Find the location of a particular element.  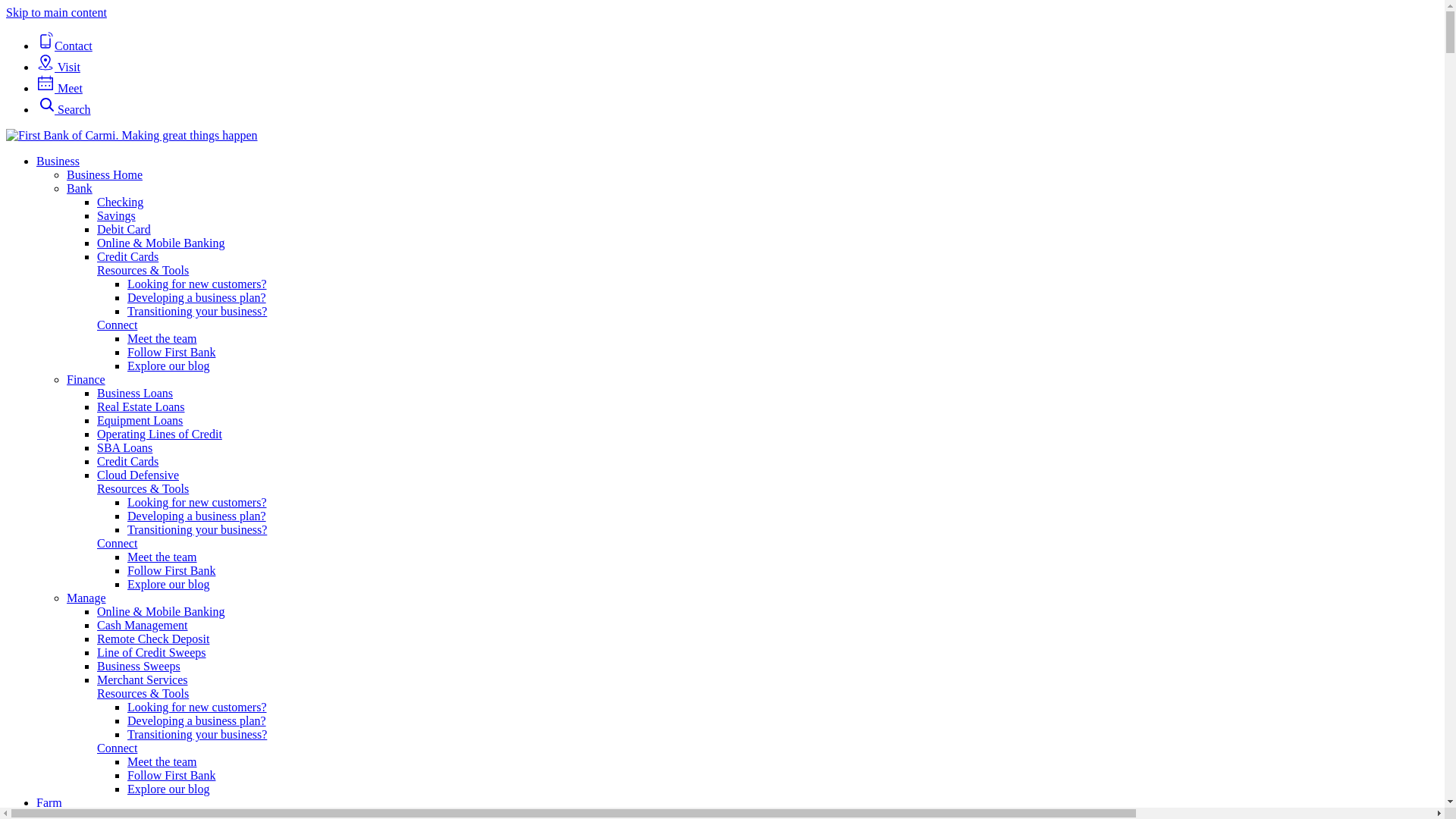

'Credit Cards' is located at coordinates (127, 460).